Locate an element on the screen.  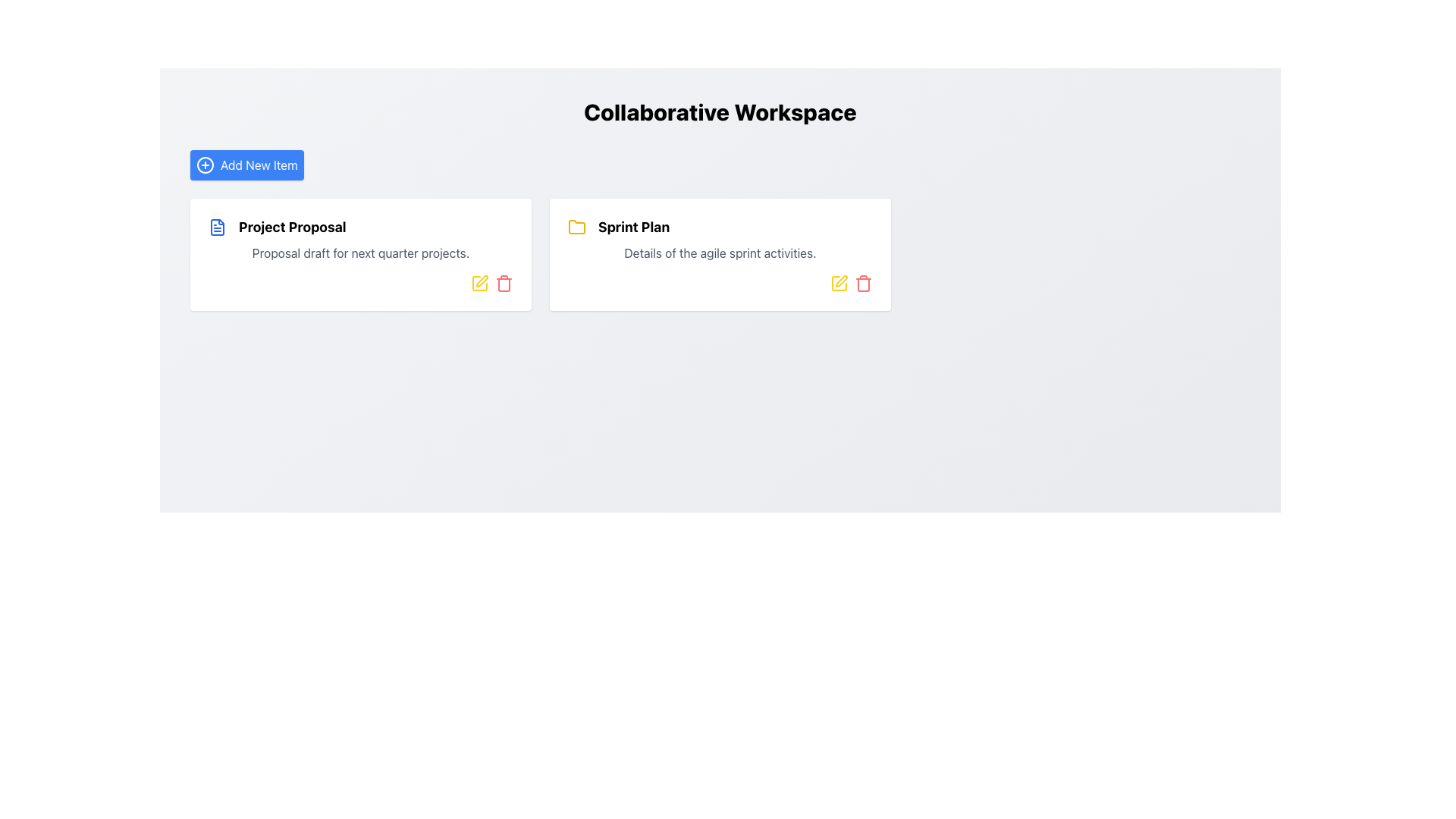
the decorative folder icon representing the 'Sprint Plan' section, located in the right card of the interface is located at coordinates (576, 227).